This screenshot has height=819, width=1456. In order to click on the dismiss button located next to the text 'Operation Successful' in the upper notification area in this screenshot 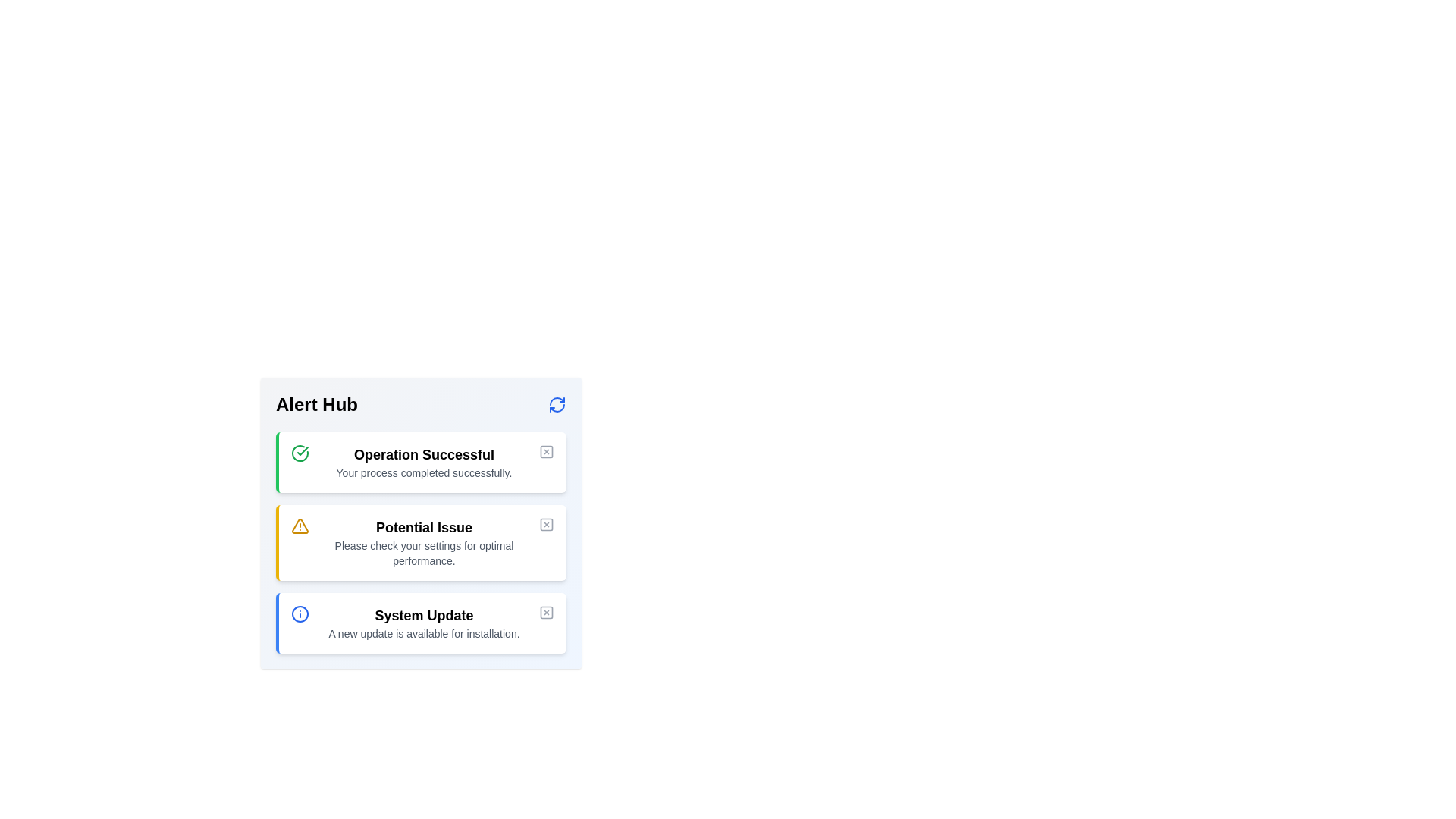, I will do `click(546, 451)`.